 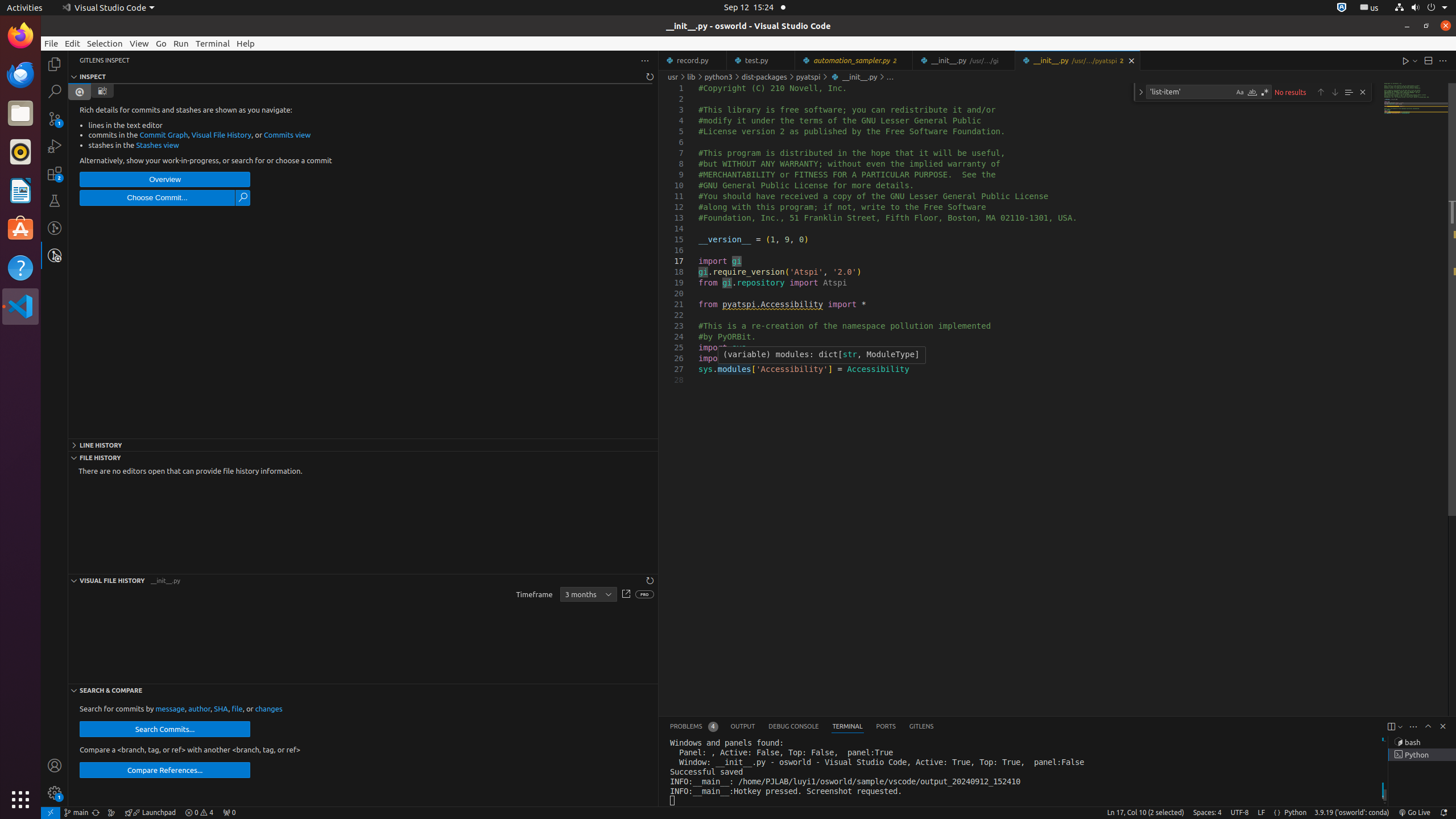 What do you see at coordinates (199, 812) in the screenshot?
I see `'Warnings: 4'` at bounding box center [199, 812].